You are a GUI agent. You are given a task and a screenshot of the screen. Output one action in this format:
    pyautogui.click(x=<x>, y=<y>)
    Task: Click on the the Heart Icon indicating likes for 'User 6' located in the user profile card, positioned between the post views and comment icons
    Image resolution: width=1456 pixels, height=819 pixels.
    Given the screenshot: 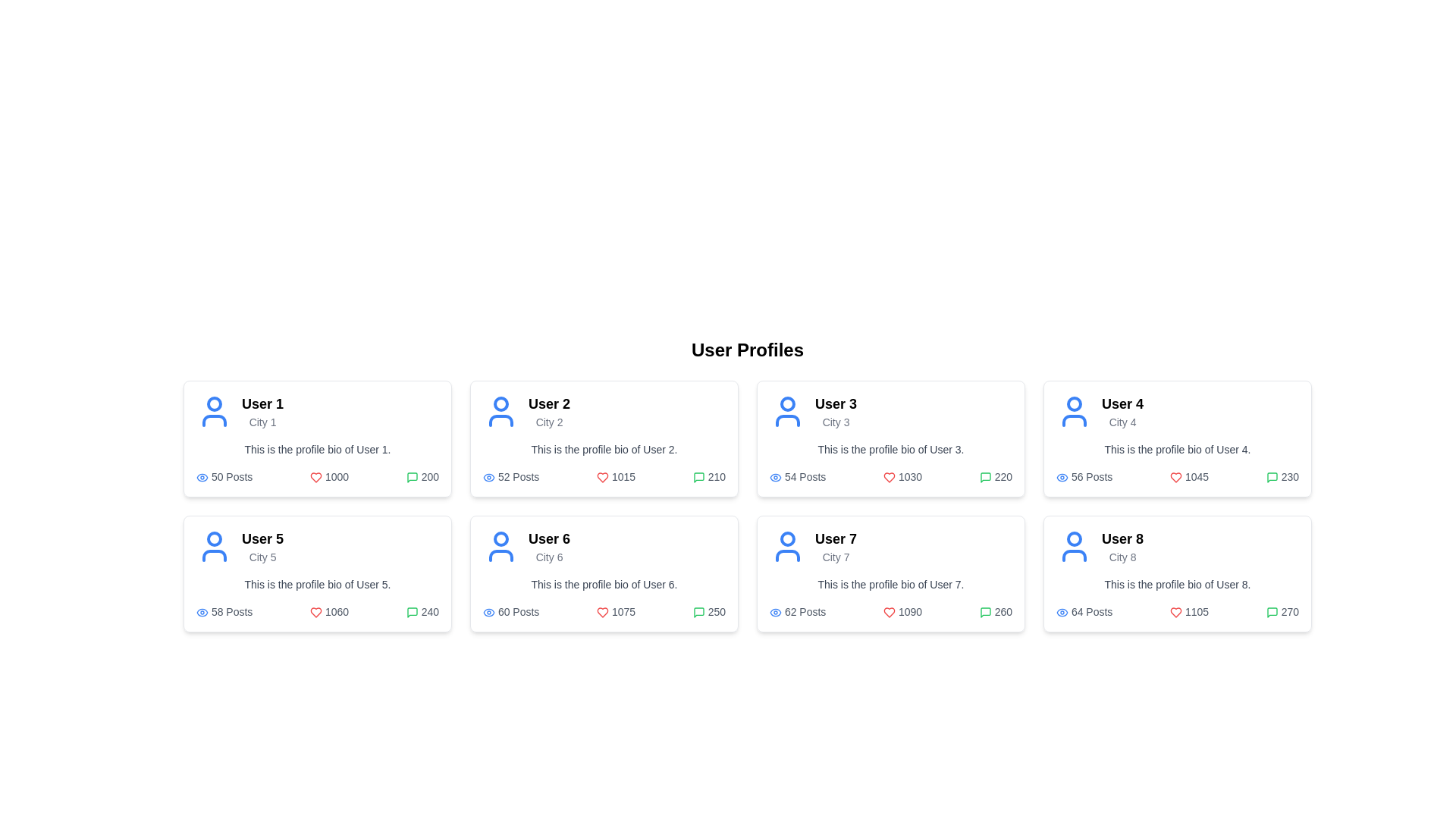 What is the action you would take?
    pyautogui.click(x=602, y=612)
    